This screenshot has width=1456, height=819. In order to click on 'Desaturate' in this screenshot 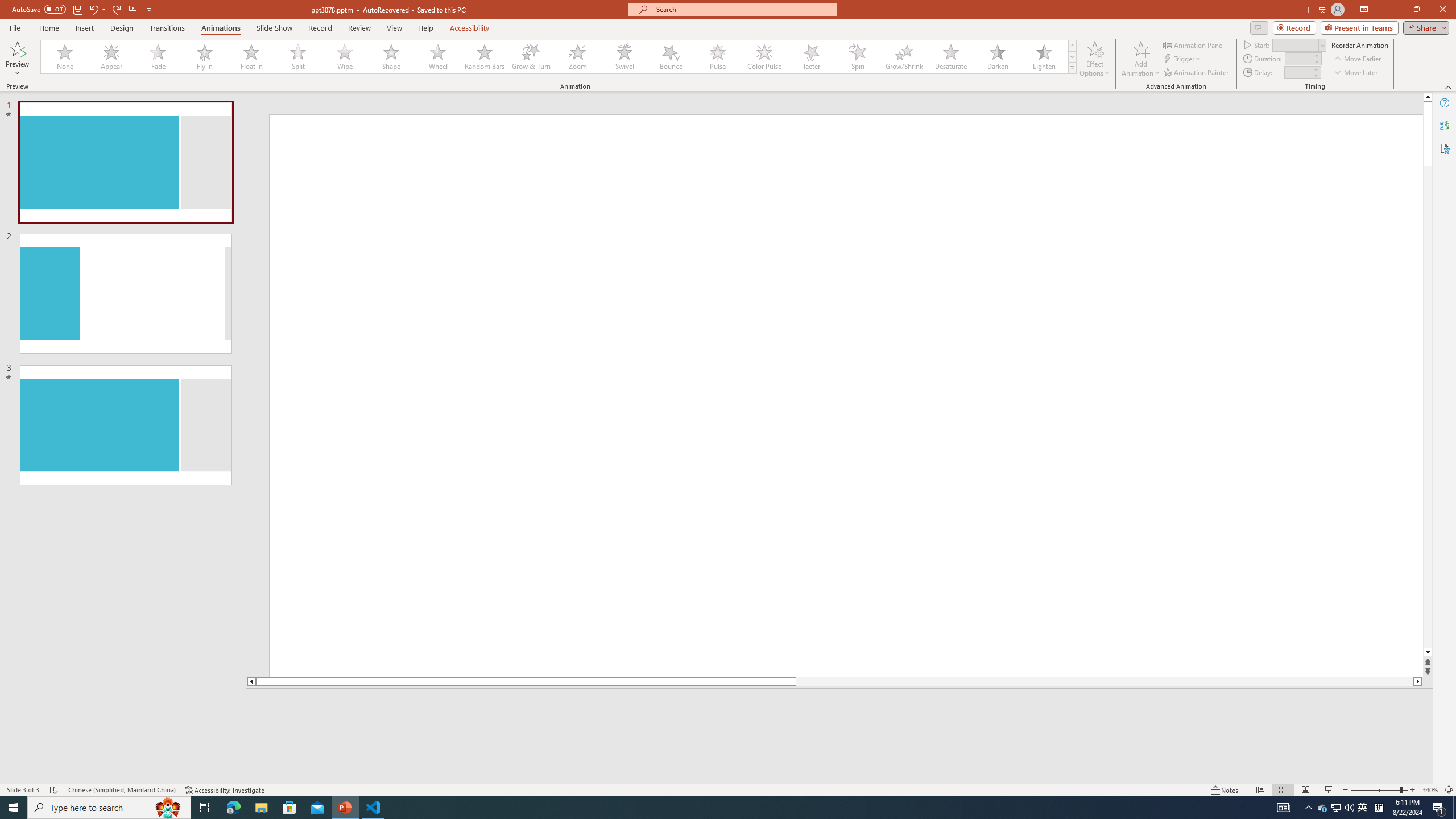, I will do `click(950, 56)`.